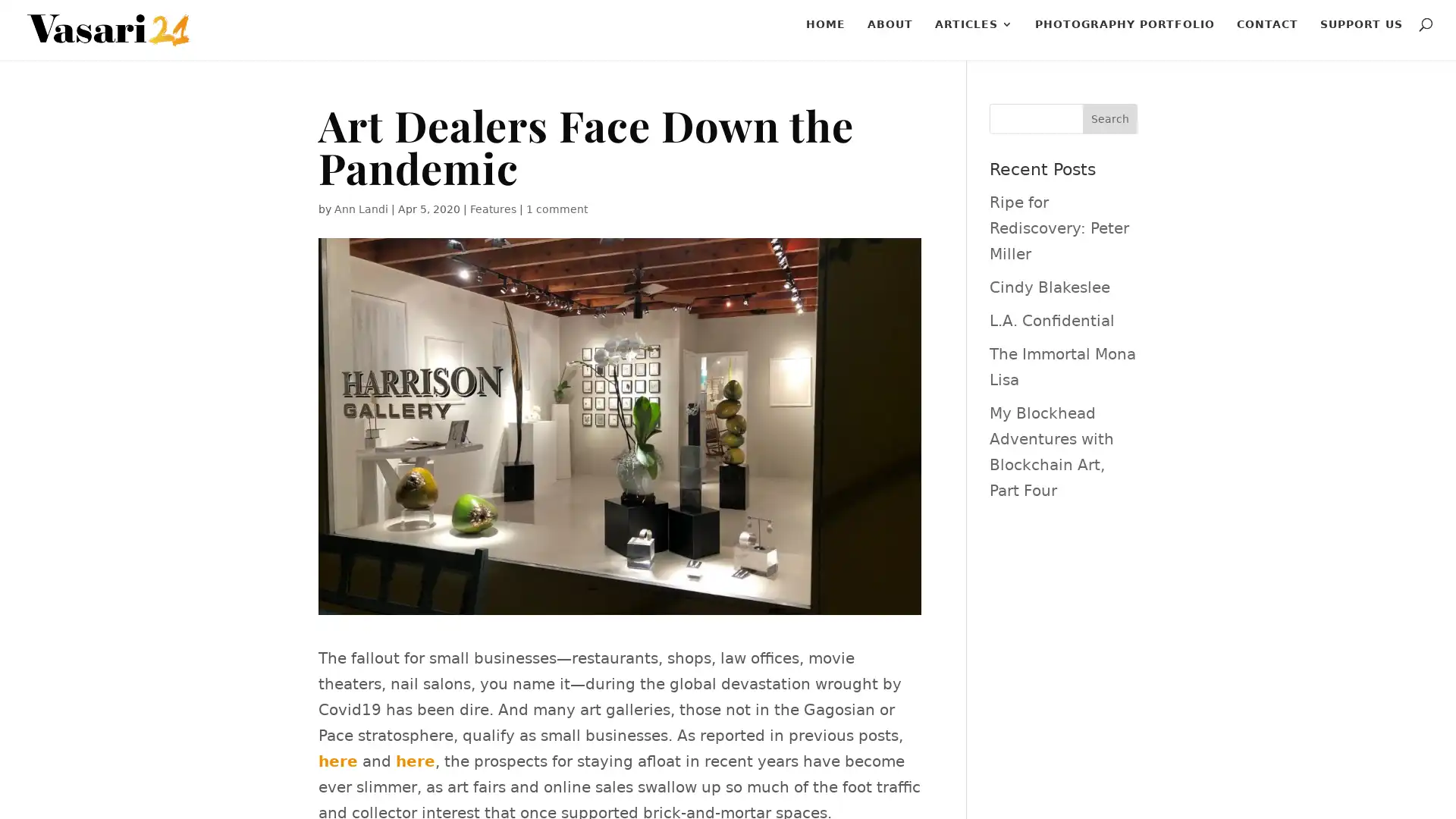  Describe the element at coordinates (1109, 119) in the screenshot. I see `Search` at that location.